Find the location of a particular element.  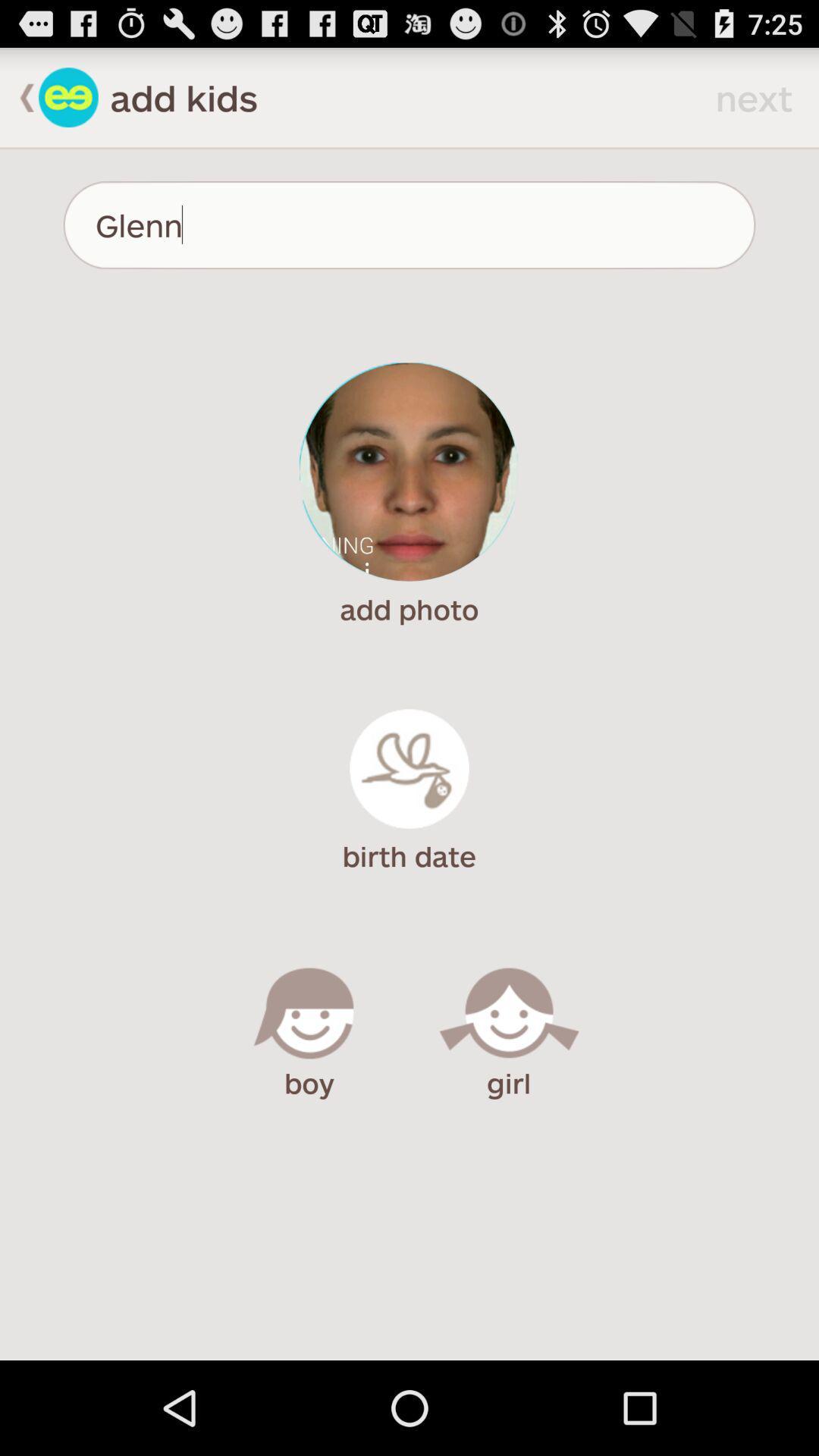

go back is located at coordinates (68, 96).